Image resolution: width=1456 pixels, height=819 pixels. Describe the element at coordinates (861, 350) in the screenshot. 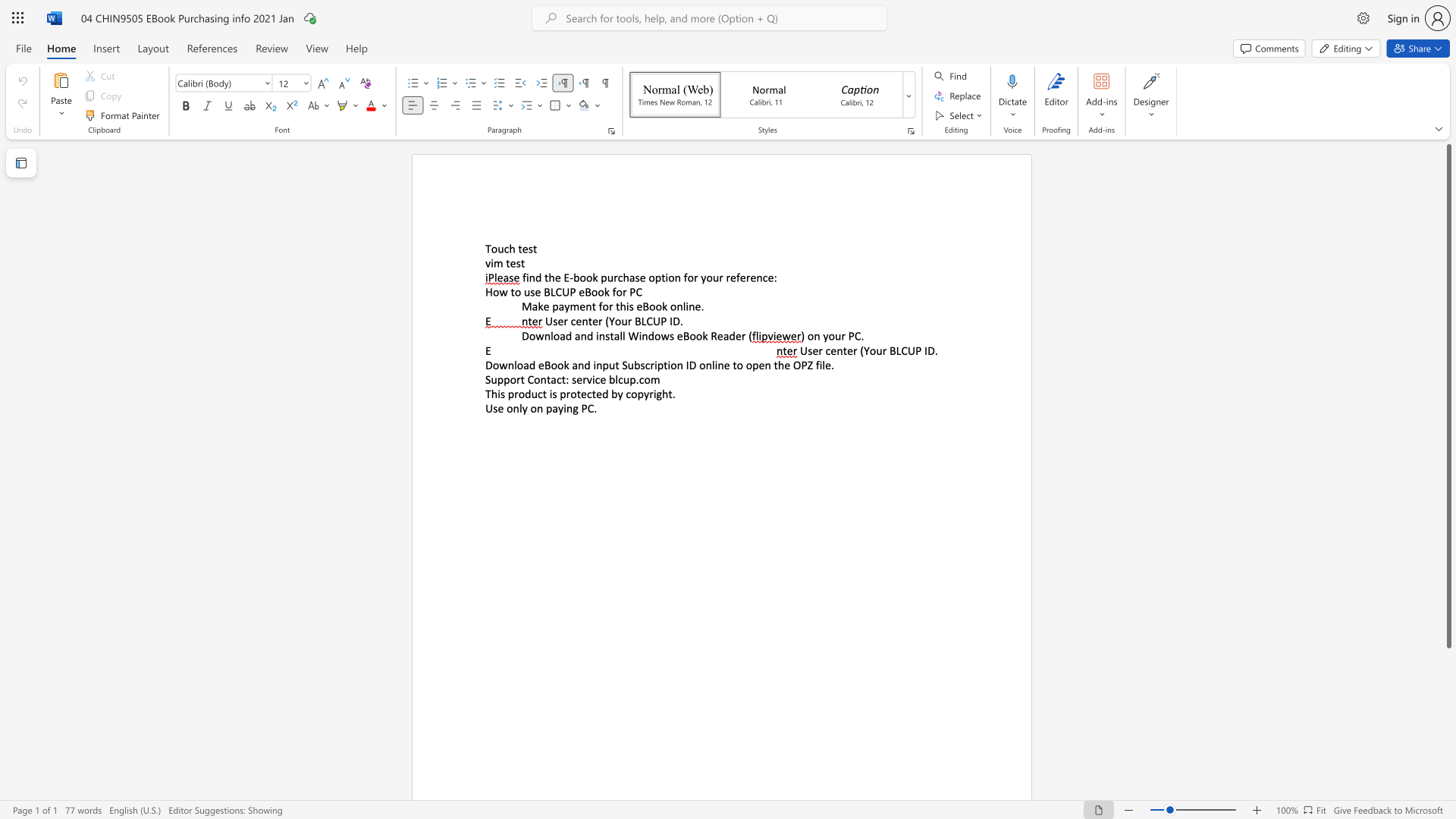

I see `the 1th character "(" in the text` at that location.